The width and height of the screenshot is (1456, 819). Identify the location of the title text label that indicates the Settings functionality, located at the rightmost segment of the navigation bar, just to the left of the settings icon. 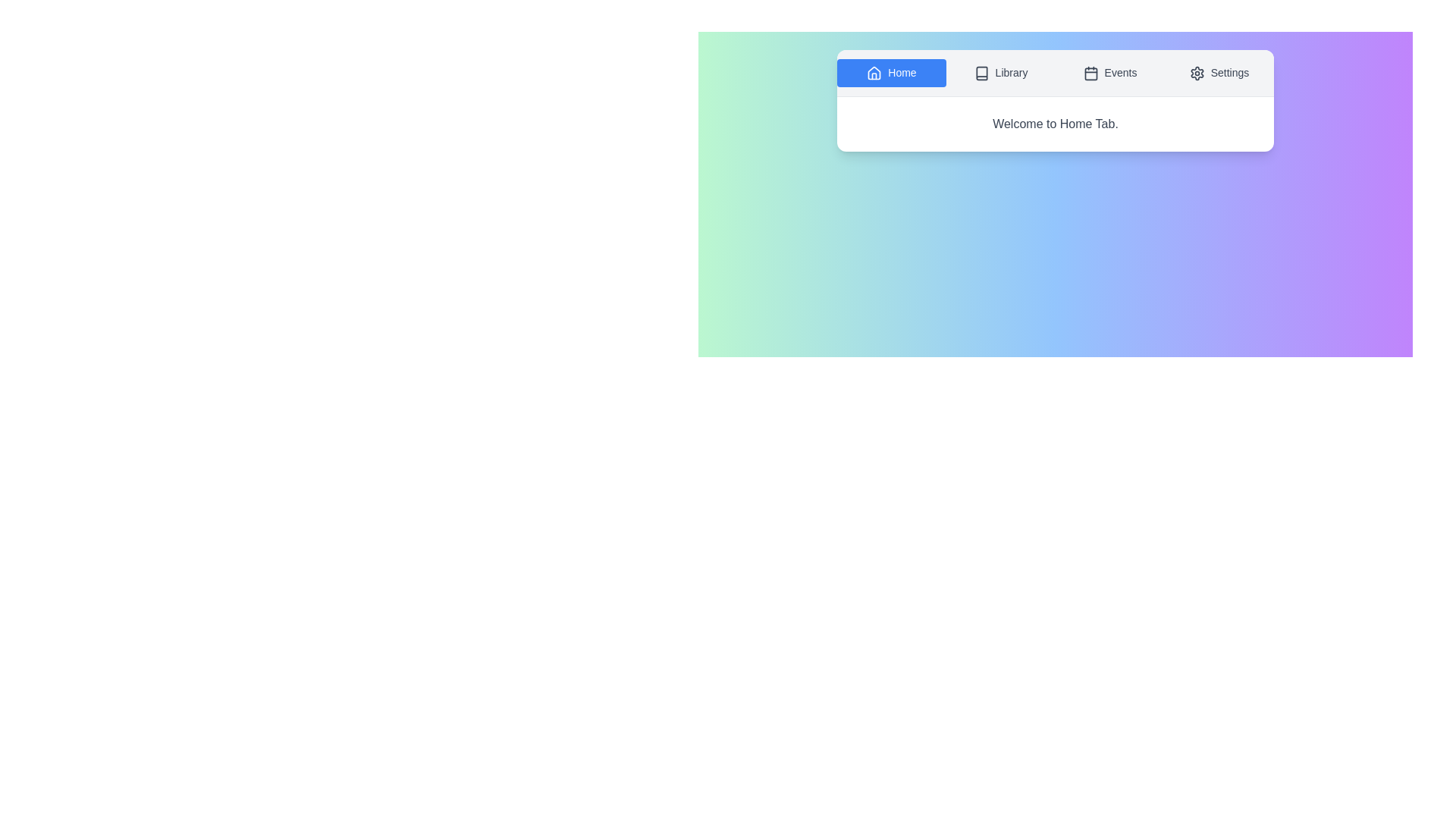
(1230, 73).